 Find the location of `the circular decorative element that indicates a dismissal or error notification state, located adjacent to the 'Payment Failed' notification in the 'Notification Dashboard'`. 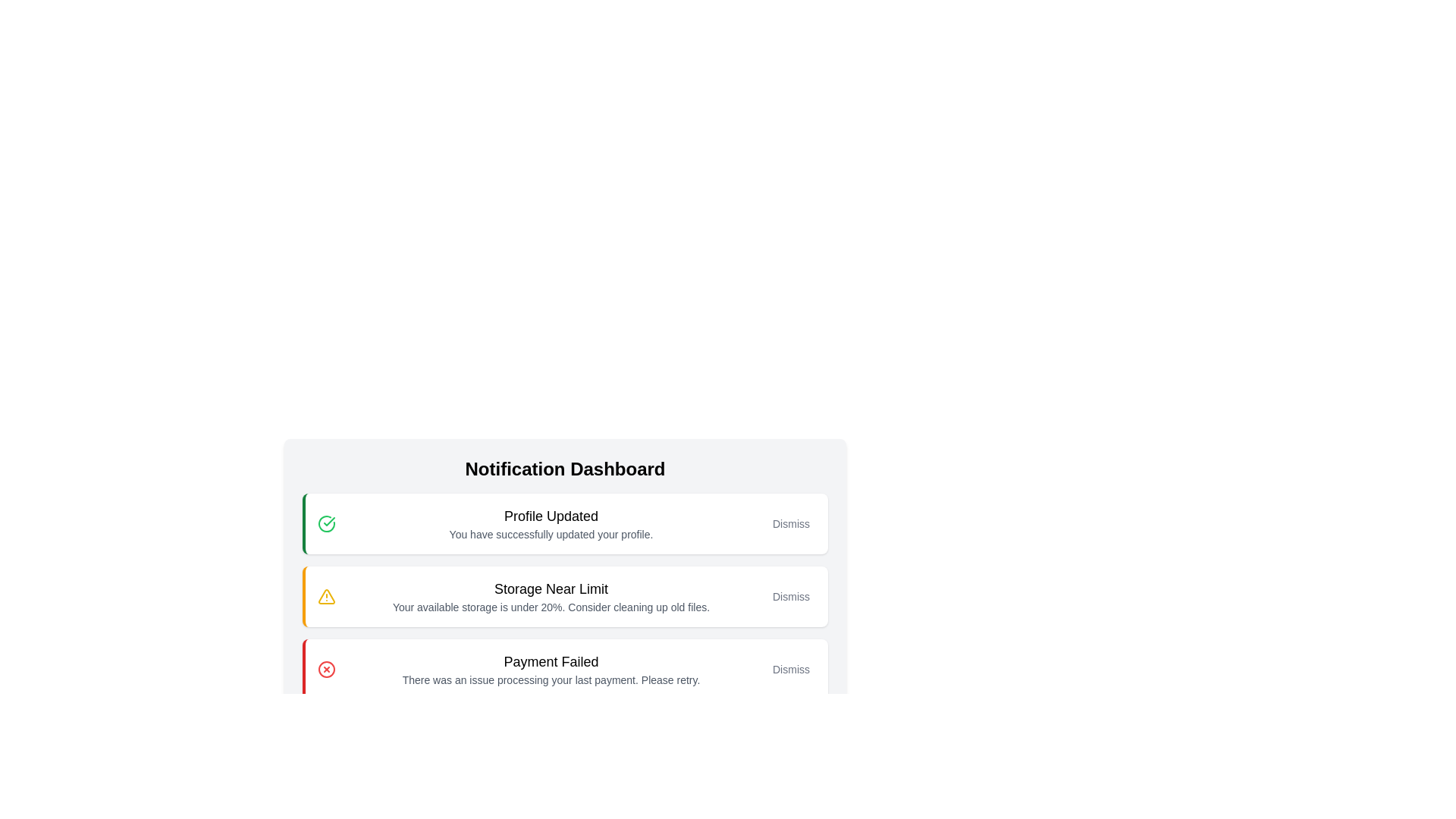

the circular decorative element that indicates a dismissal or error notification state, located adjacent to the 'Payment Failed' notification in the 'Notification Dashboard' is located at coordinates (326, 669).